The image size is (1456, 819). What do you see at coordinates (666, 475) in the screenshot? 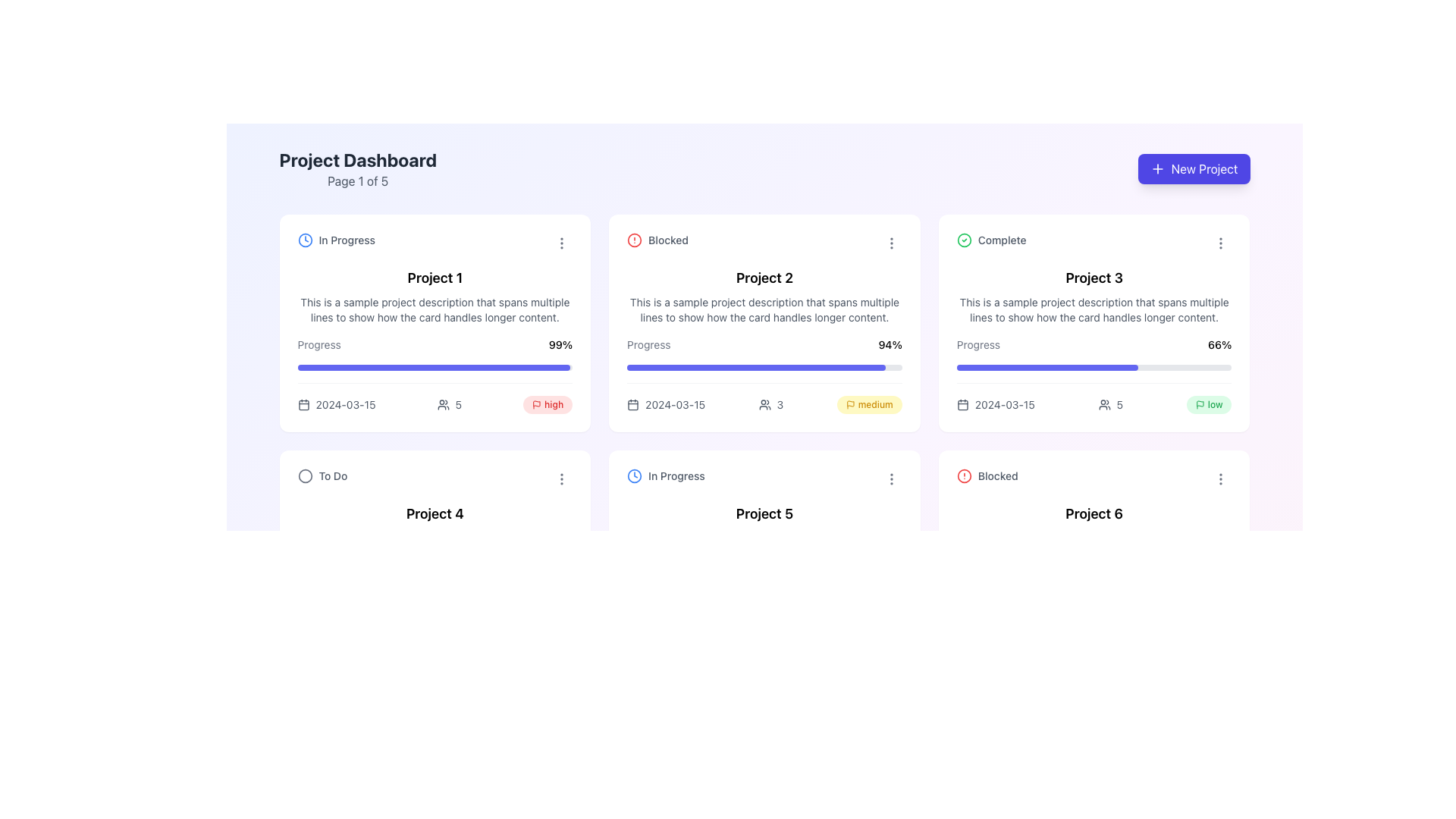
I see `status text 'In Progress' from the Status Indicator, which features a blue clock icon and is positioned at the top-left corner of the 'Project 5' card` at bounding box center [666, 475].